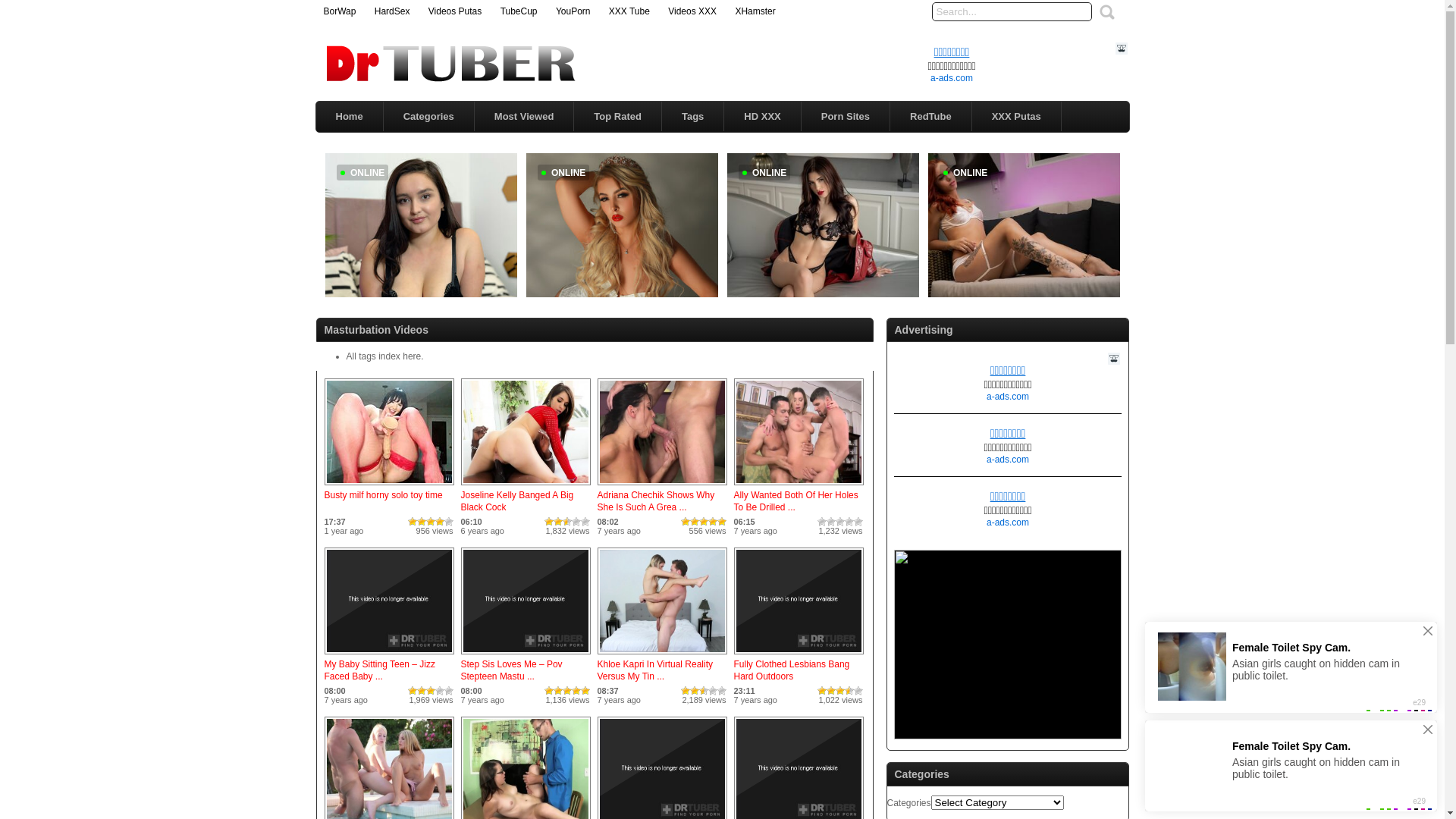 The height and width of the screenshot is (819, 1456). I want to click on '3 Stars', so click(429, 520).